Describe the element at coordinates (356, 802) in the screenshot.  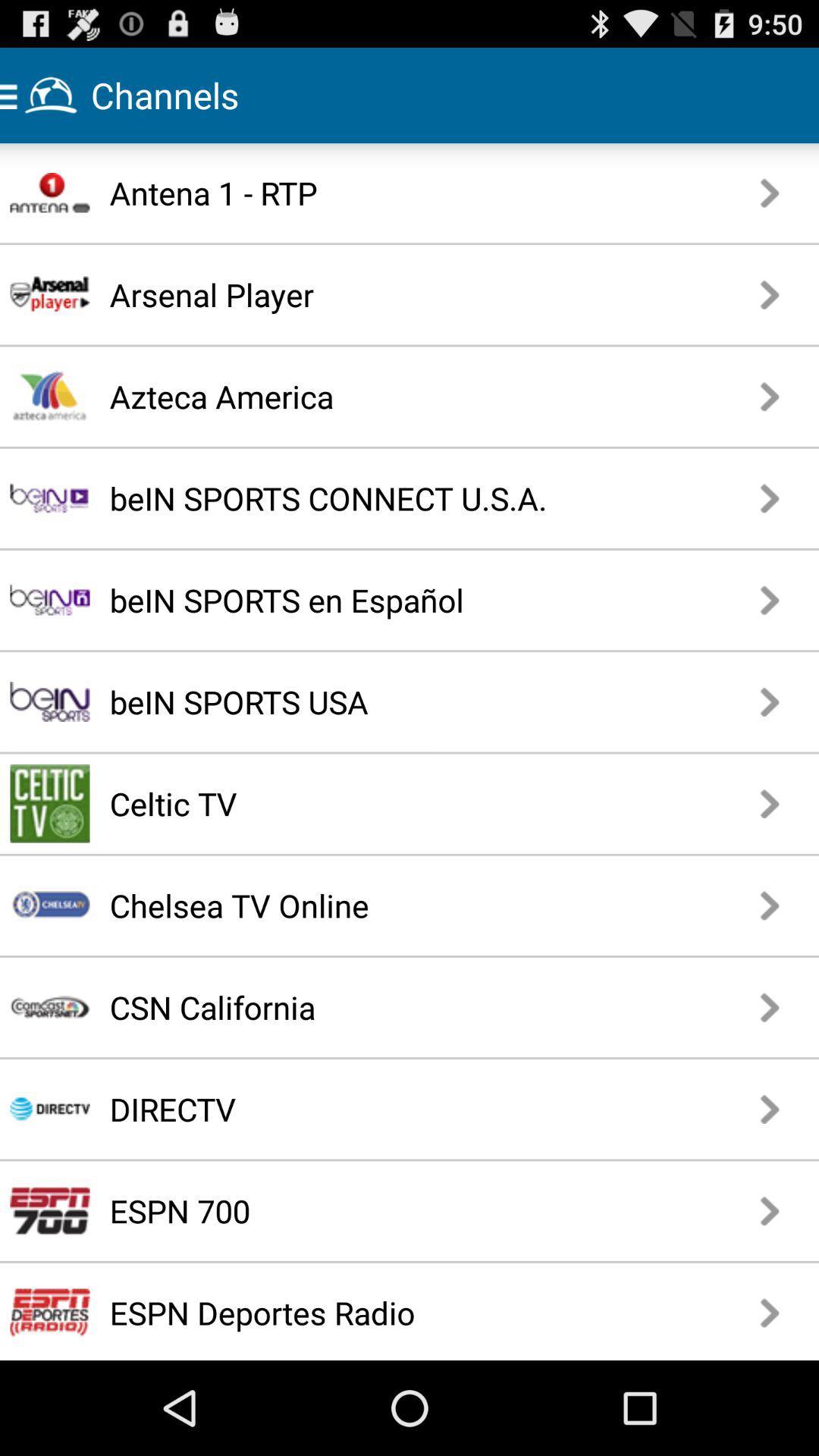
I see `the icon above the chelsea tv online` at that location.